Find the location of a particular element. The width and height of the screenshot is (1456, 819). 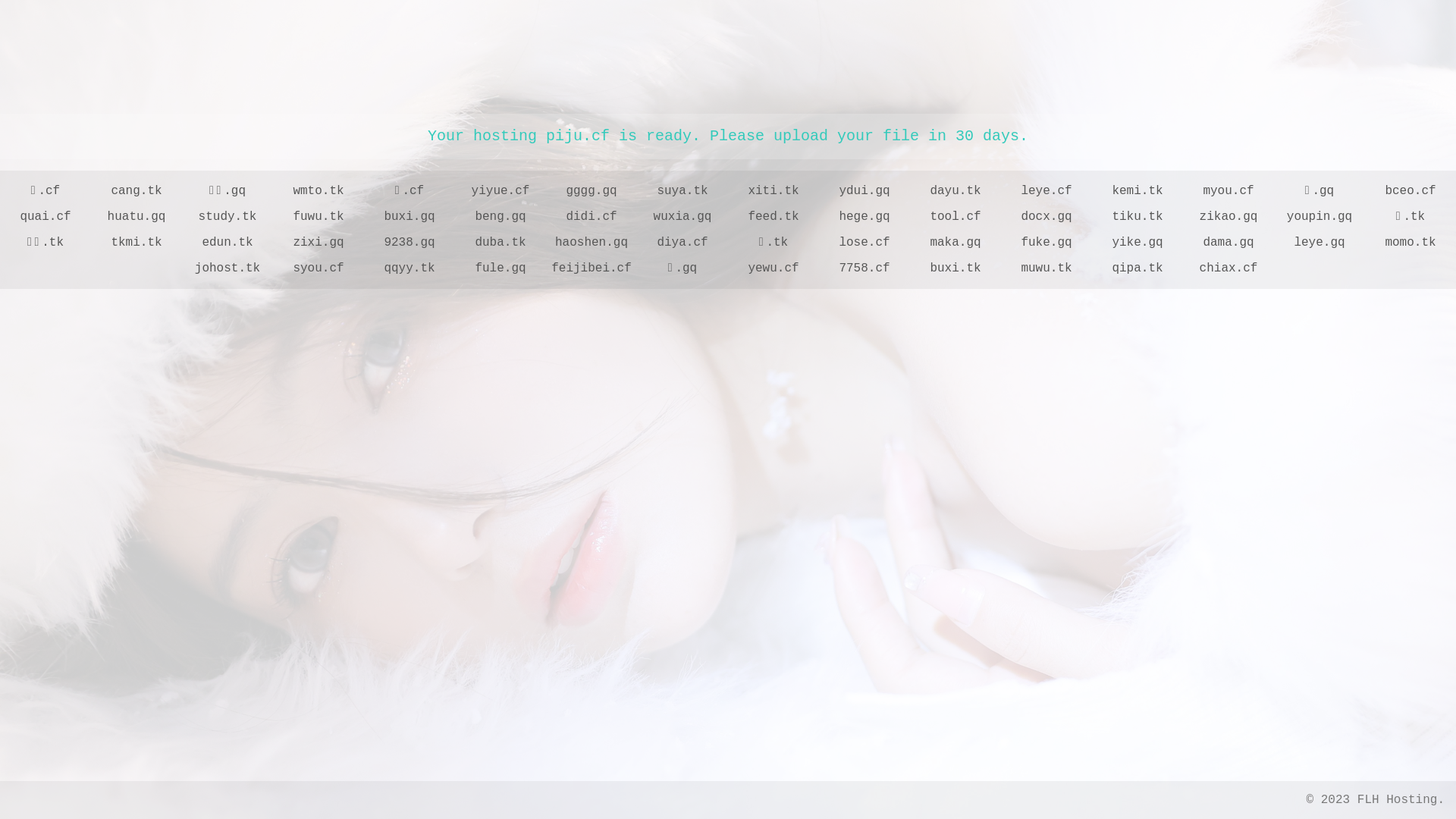

'johost.tk' is located at coordinates (182, 268).